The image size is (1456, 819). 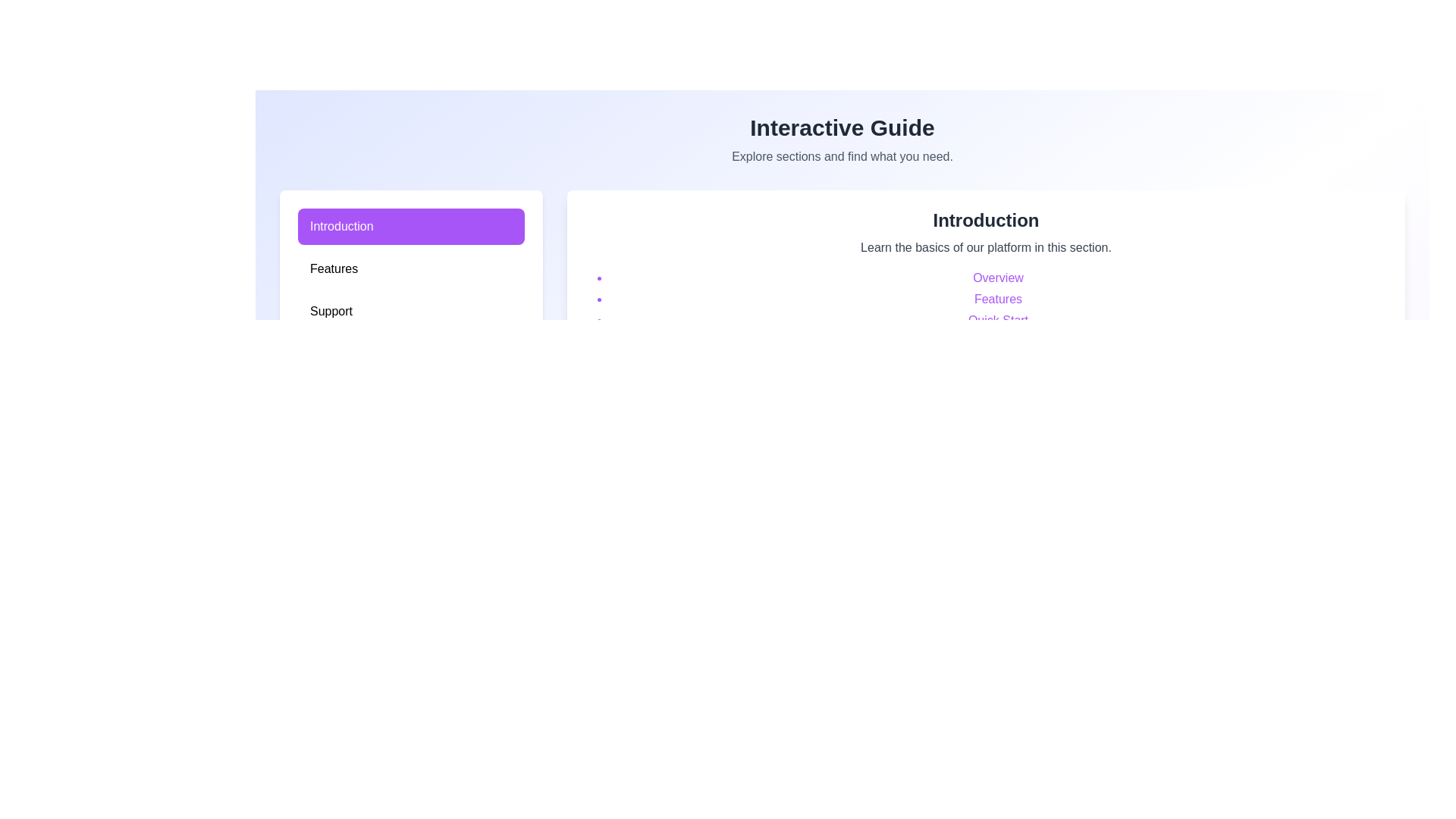 What do you see at coordinates (998, 299) in the screenshot?
I see `the 'Features' text label, which is the second item in a vertical list under the 'Introduction' section of the guide` at bounding box center [998, 299].